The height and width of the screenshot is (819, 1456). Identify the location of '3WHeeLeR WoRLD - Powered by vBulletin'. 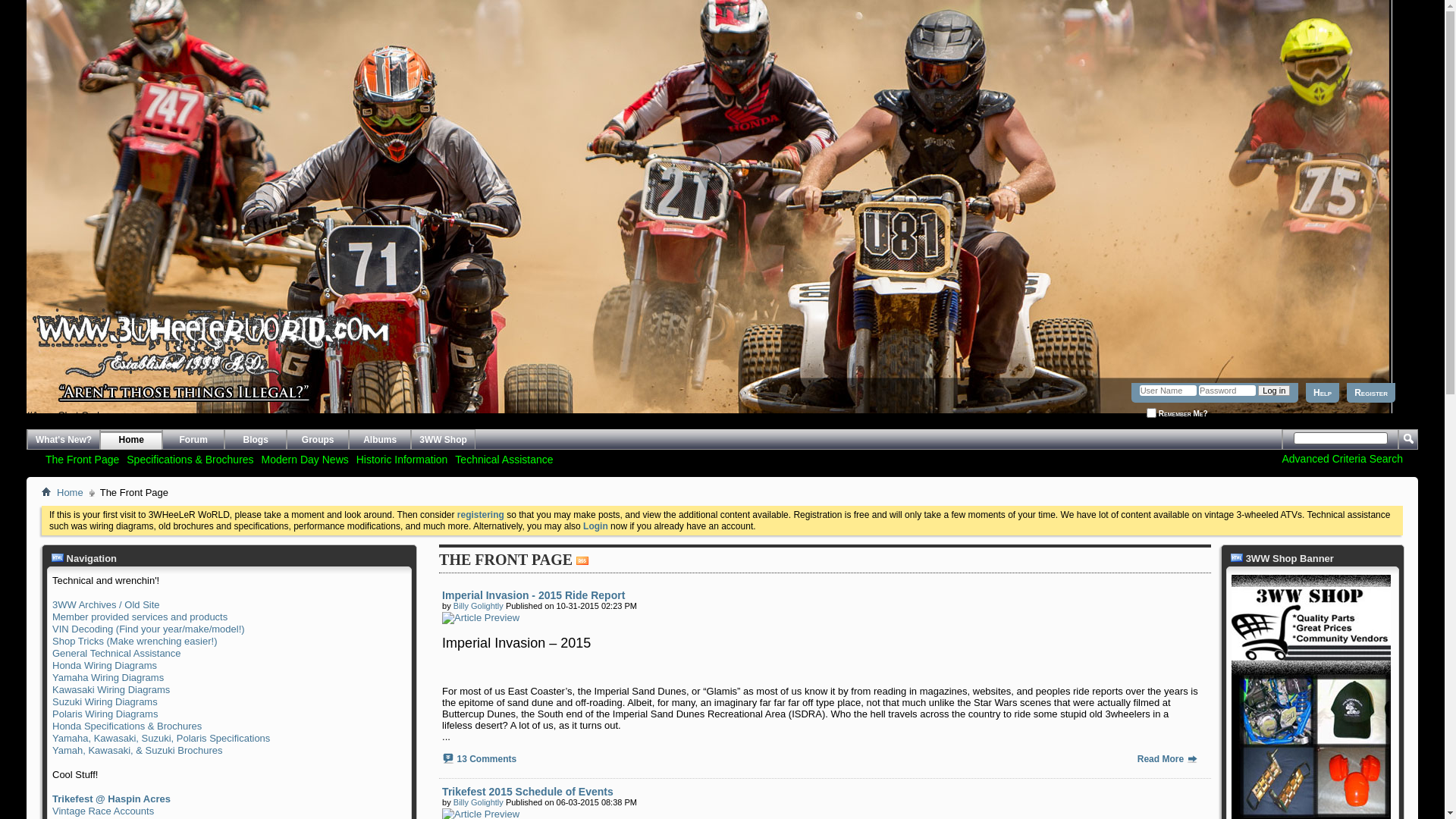
(27, 382).